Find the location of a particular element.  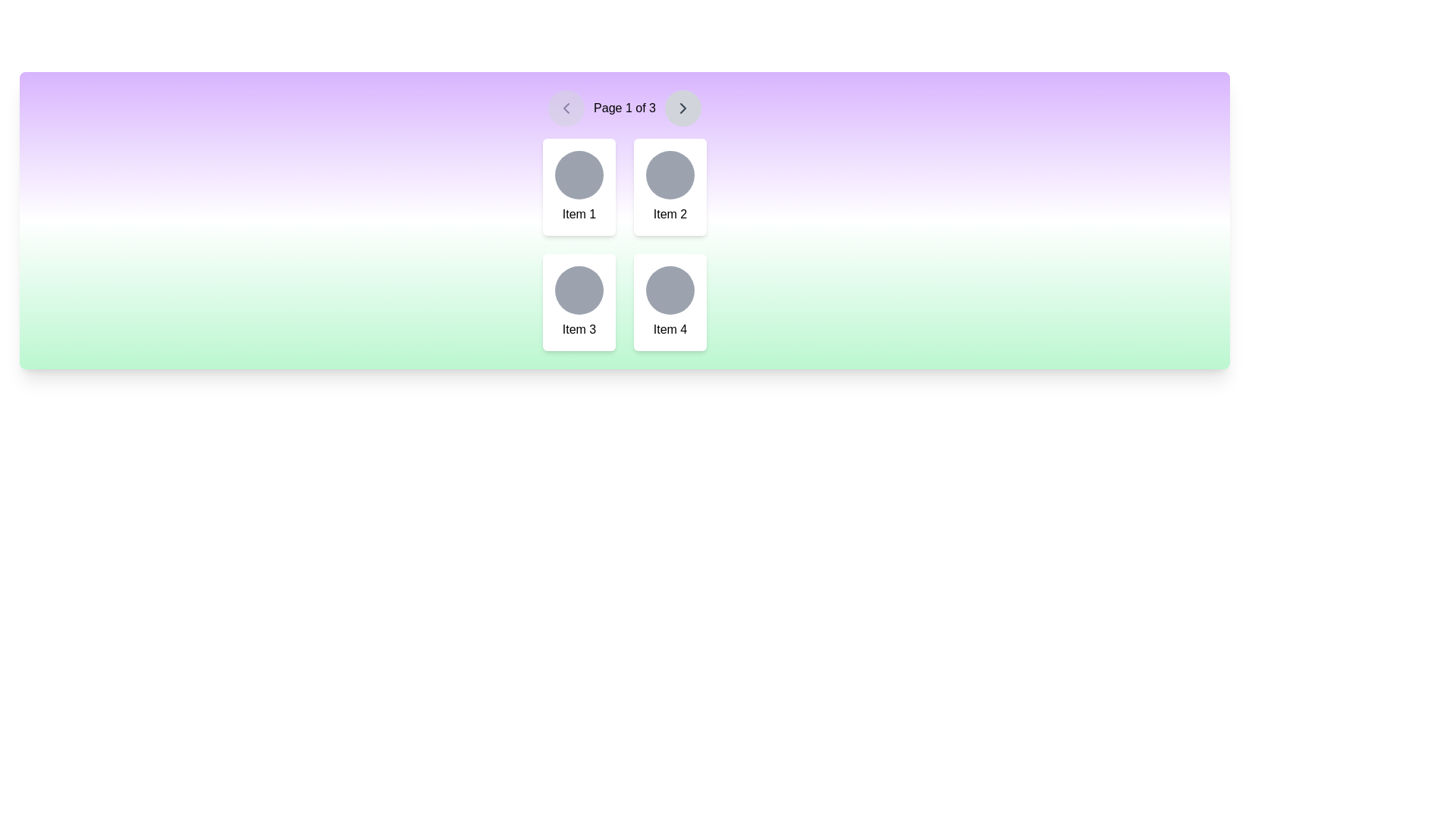

the decorative circular element with a gray background located within the card labeled 'Item 3' is located at coordinates (578, 290).